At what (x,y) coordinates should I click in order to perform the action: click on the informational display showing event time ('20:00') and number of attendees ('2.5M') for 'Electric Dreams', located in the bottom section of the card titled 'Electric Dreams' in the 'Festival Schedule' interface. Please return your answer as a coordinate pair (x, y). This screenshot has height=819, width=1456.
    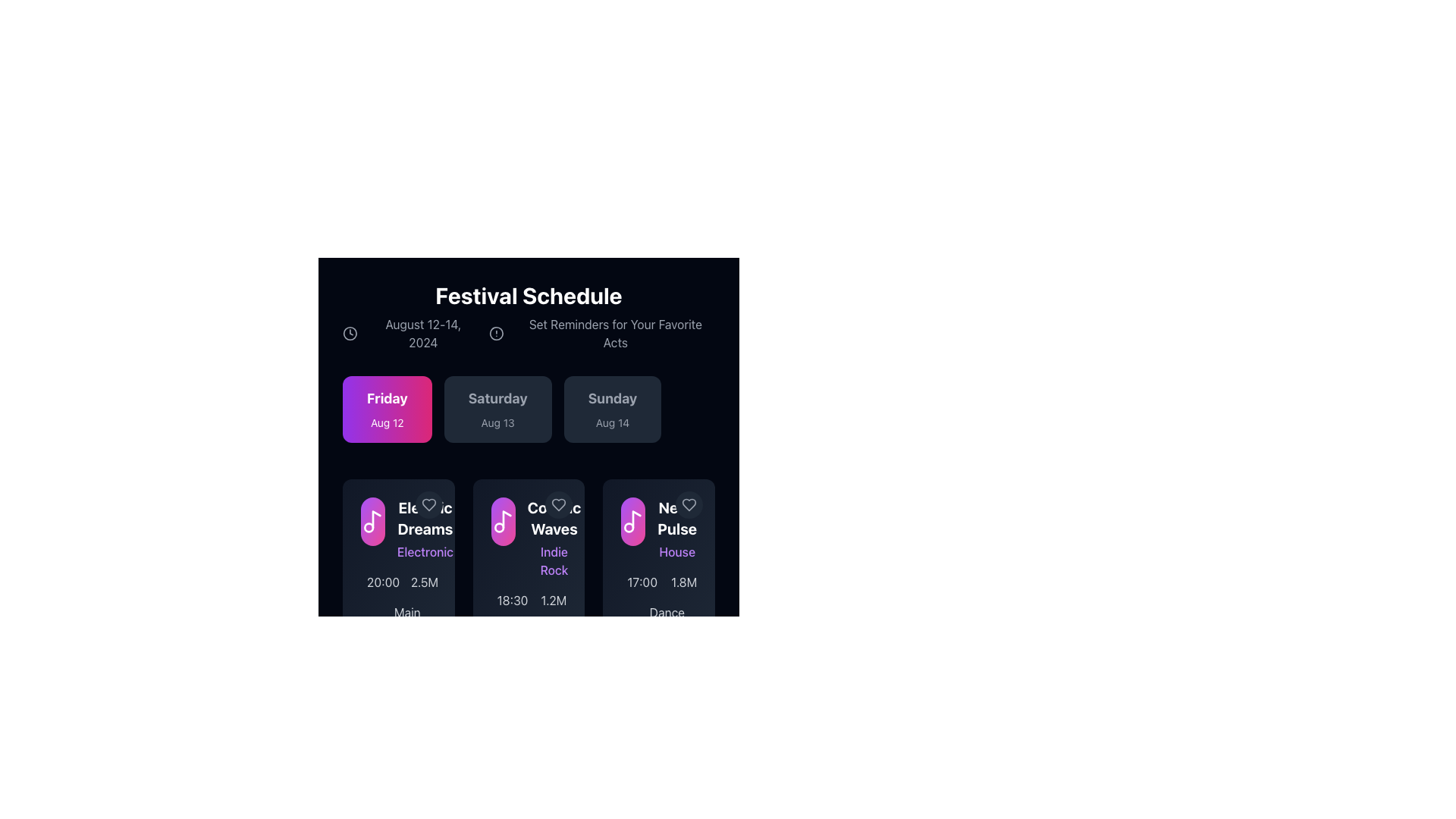
    Looking at the image, I should click on (398, 581).